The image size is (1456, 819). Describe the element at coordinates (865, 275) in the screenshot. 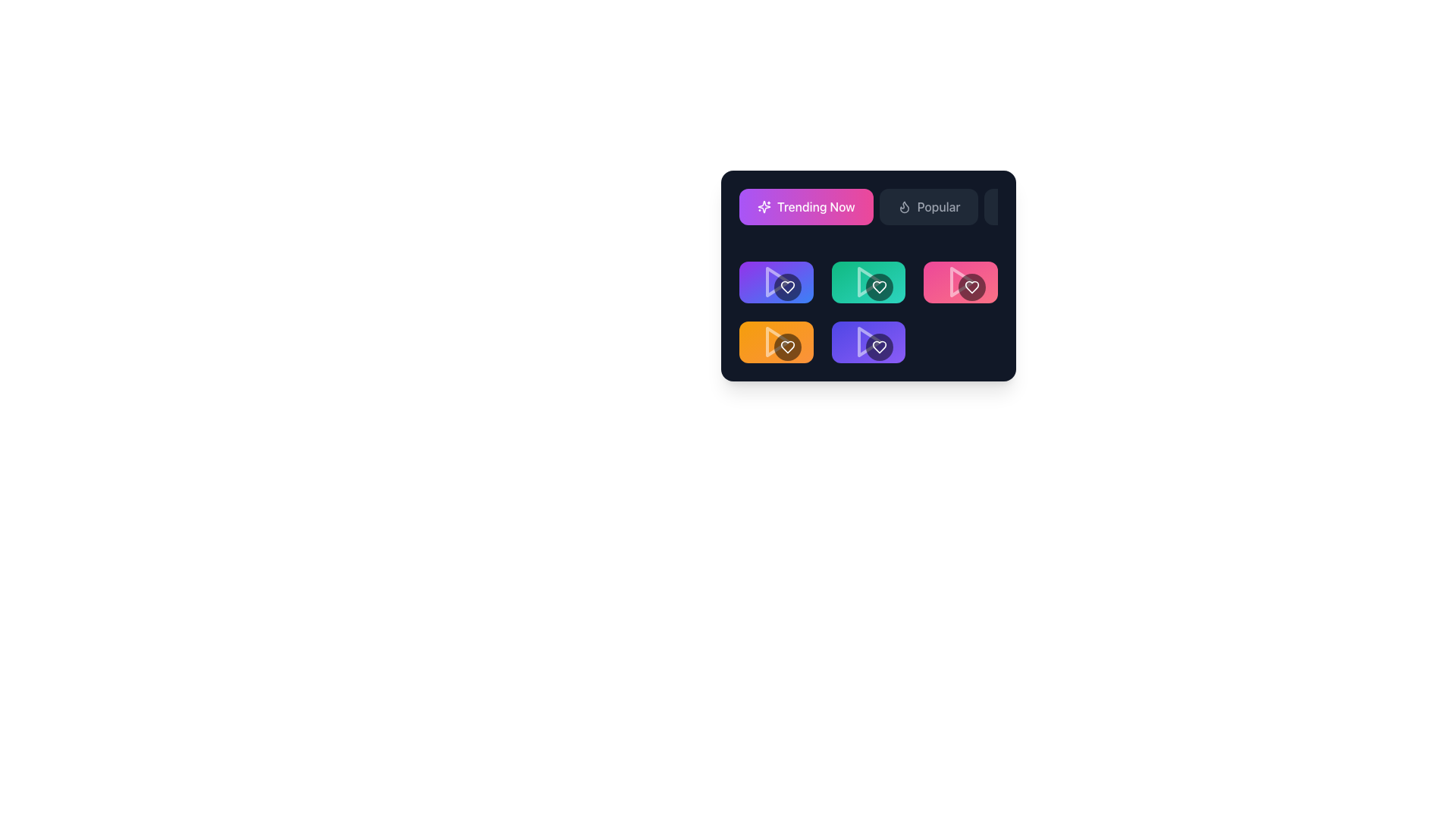

I see `the second green button with a video play icon and '1.5K' text, located to the right of the button displaying '234K'` at that location.